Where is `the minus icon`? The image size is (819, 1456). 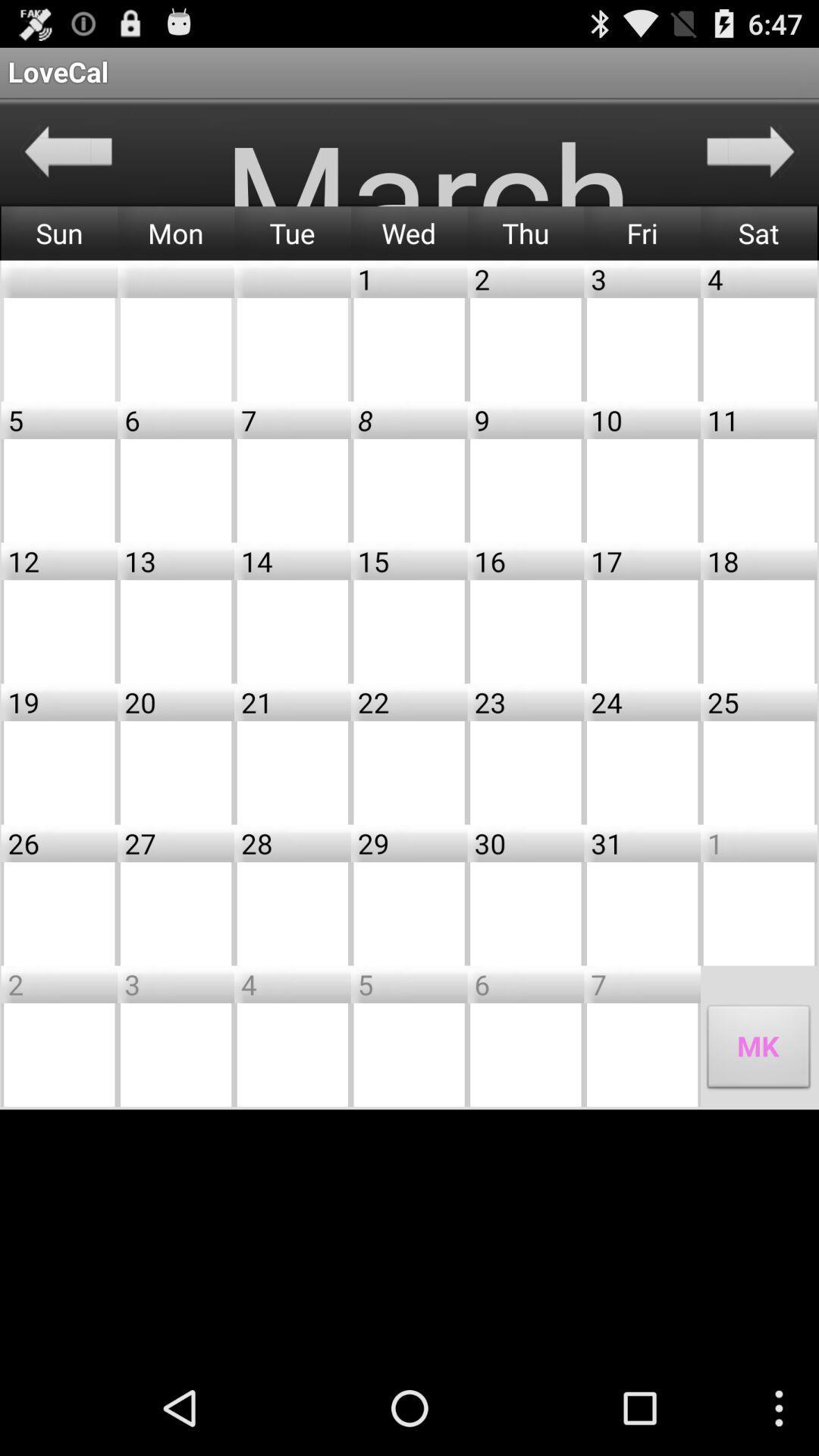
the minus icon is located at coordinates (525, 826).